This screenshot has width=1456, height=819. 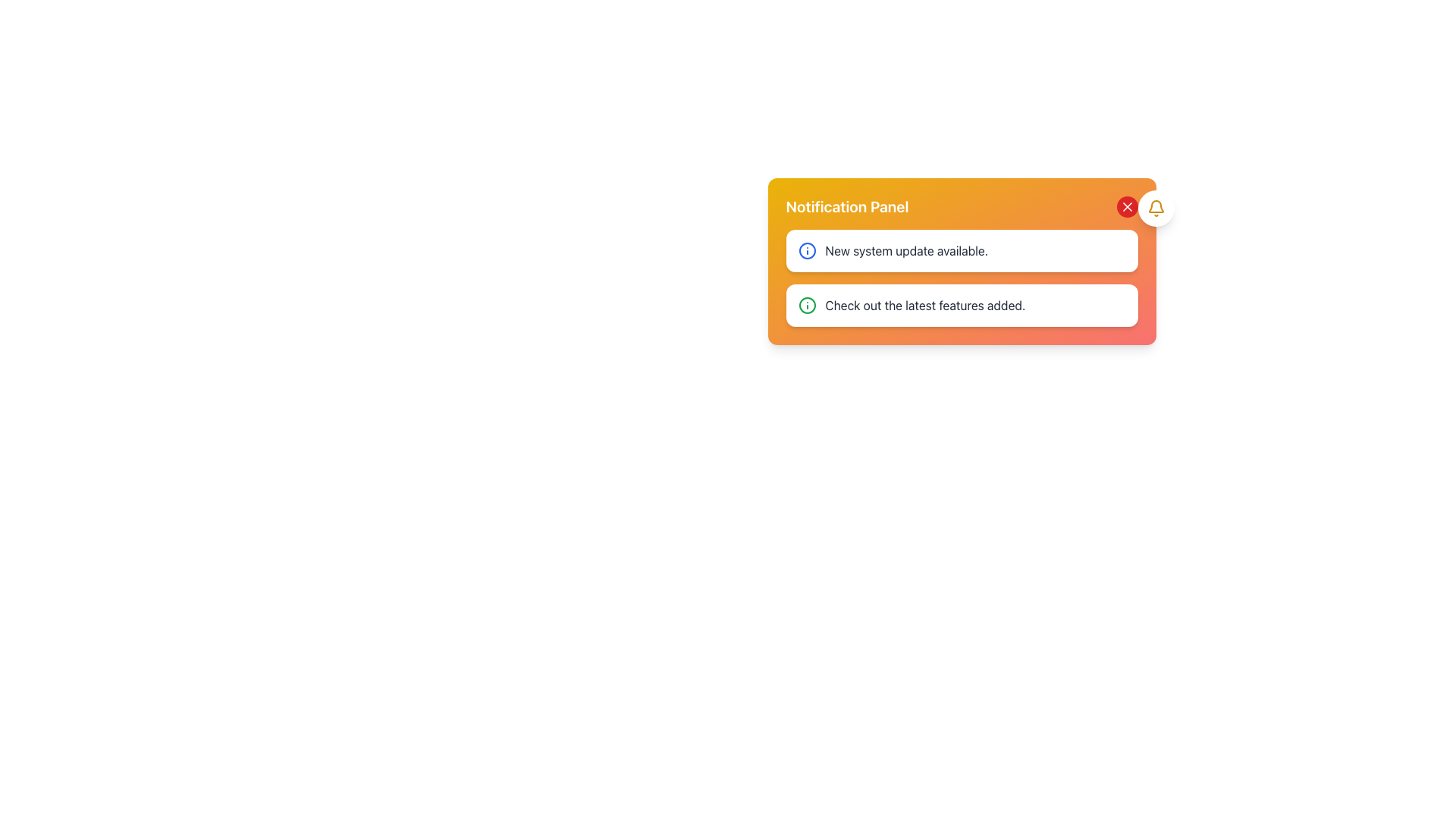 I want to click on the notification bell icon button located in the top-right corner of the notification panel, so click(x=1155, y=208).